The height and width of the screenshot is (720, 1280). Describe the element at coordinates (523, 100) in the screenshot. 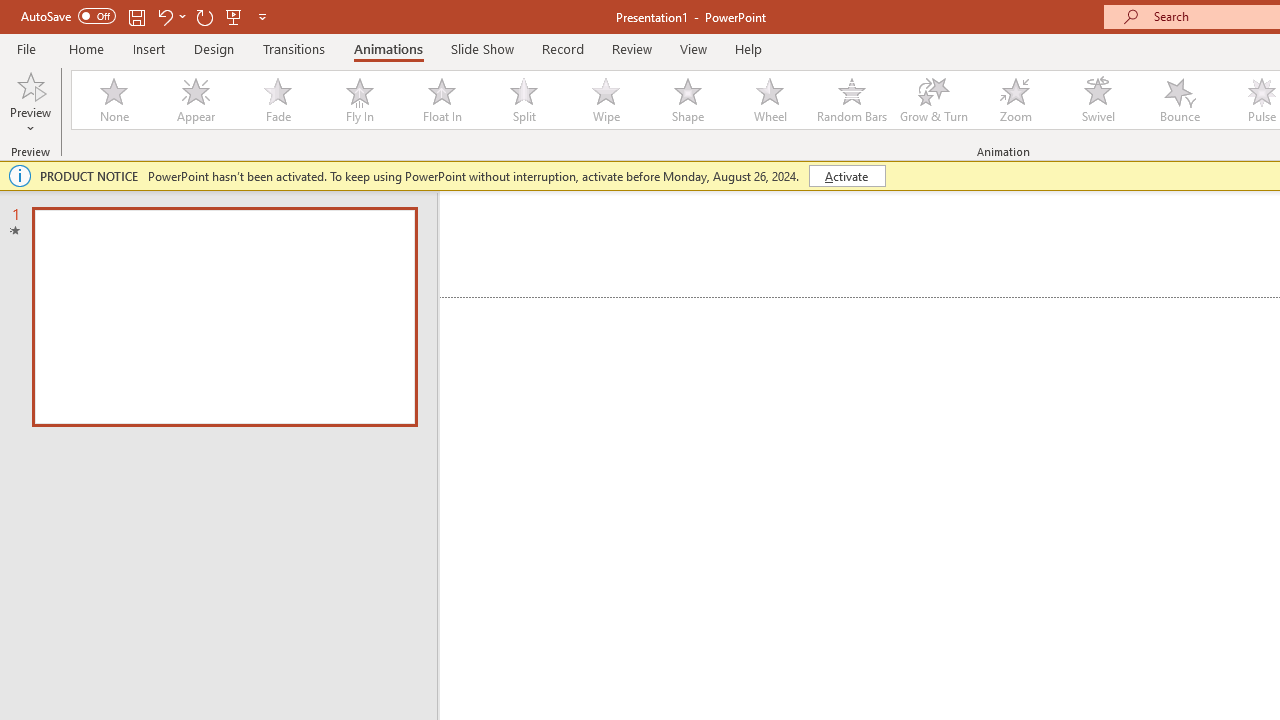

I see `'Split'` at that location.